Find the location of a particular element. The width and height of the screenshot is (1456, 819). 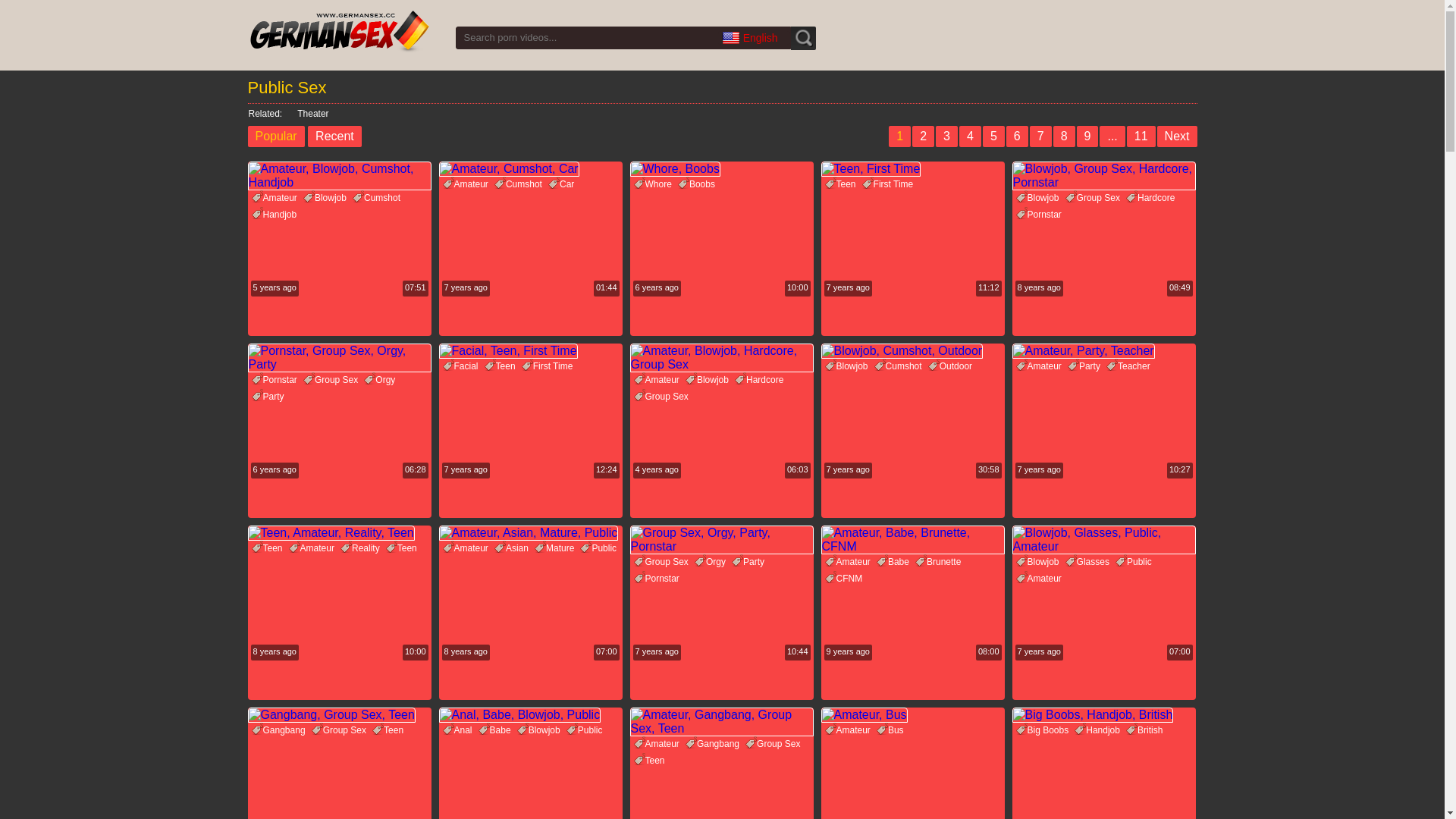

'Facial' is located at coordinates (461, 366).